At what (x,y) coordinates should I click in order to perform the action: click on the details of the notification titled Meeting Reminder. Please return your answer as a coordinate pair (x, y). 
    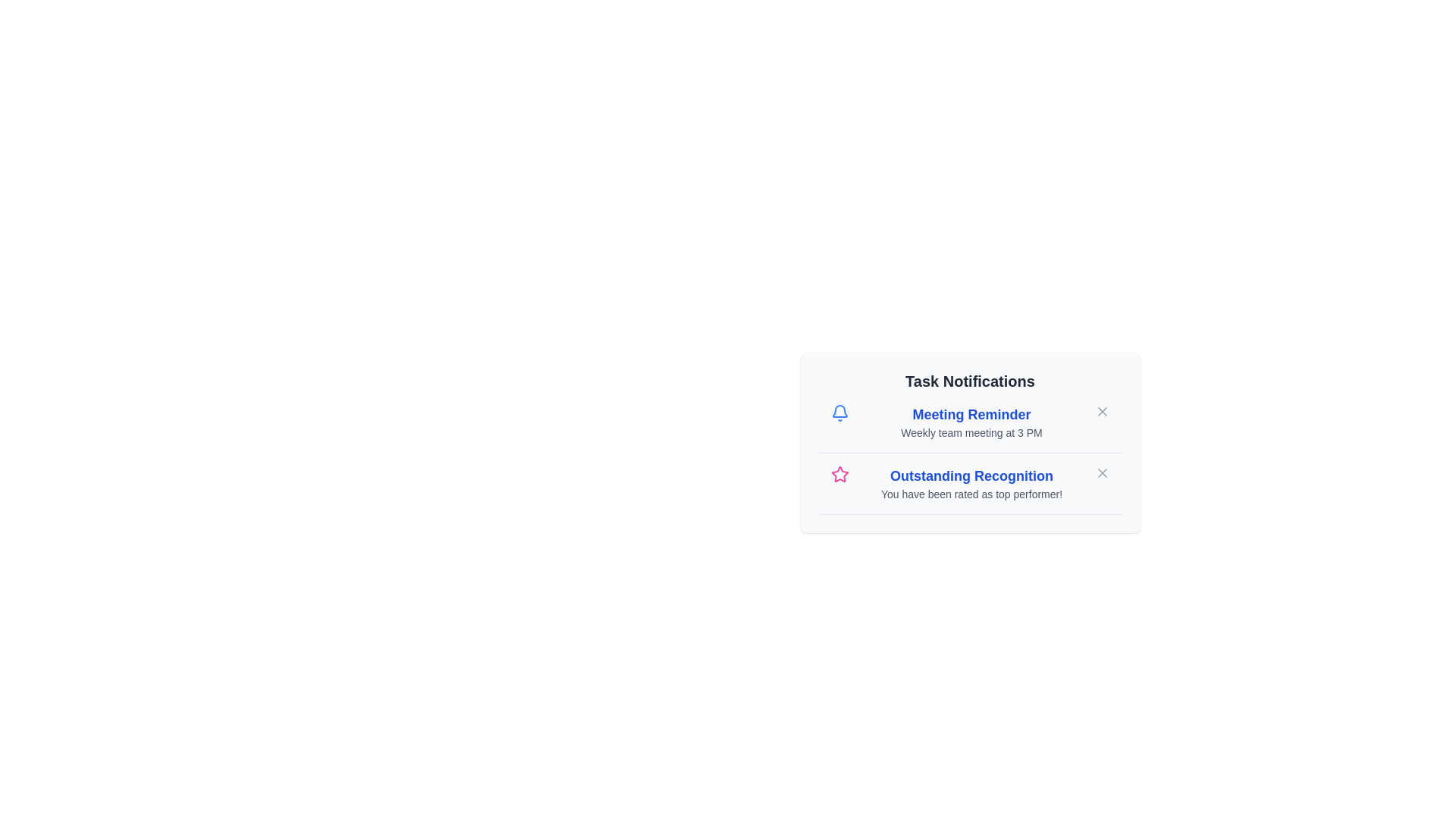
    Looking at the image, I should click on (971, 415).